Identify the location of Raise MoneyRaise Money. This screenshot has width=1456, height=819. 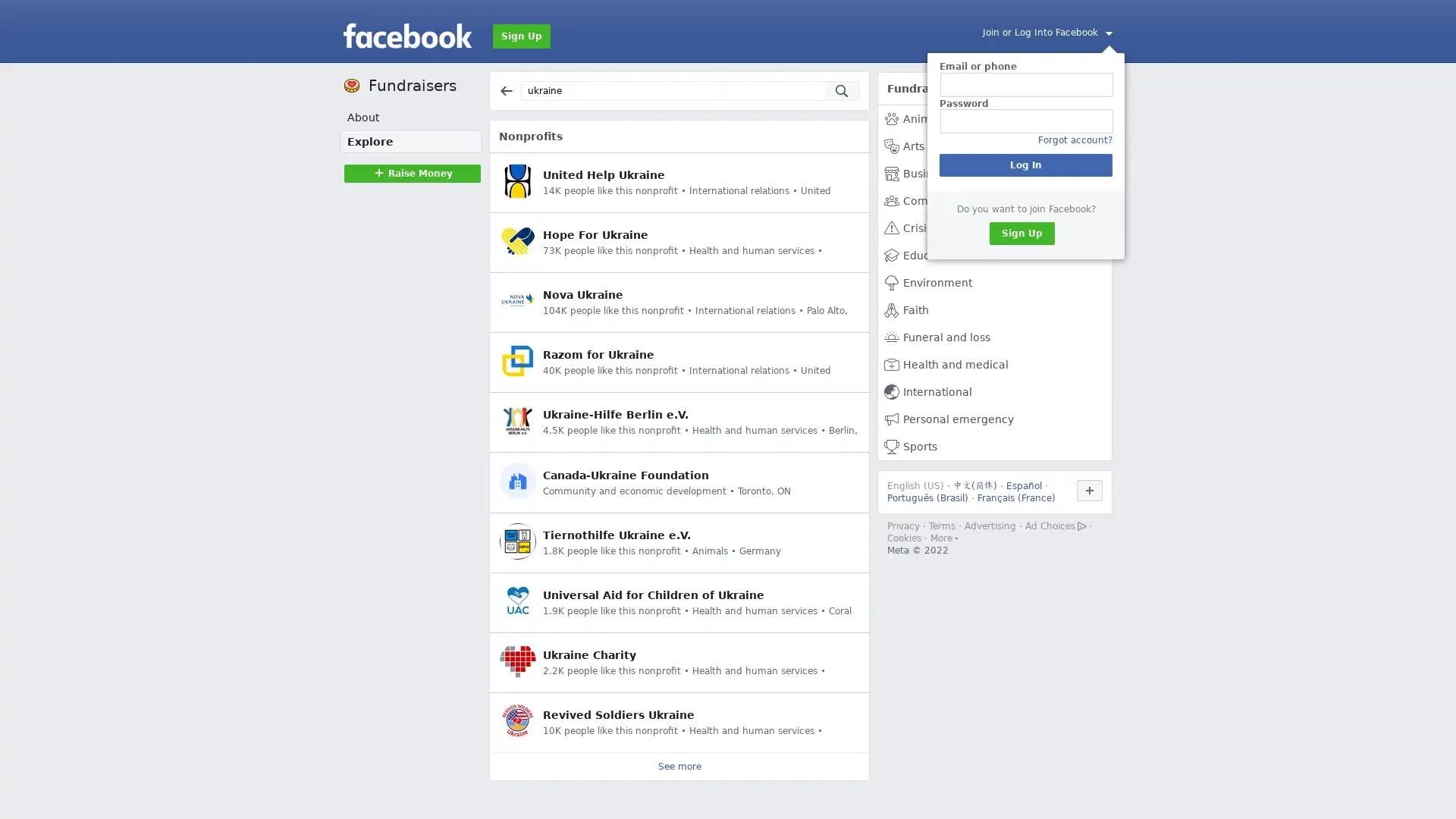
(412, 171).